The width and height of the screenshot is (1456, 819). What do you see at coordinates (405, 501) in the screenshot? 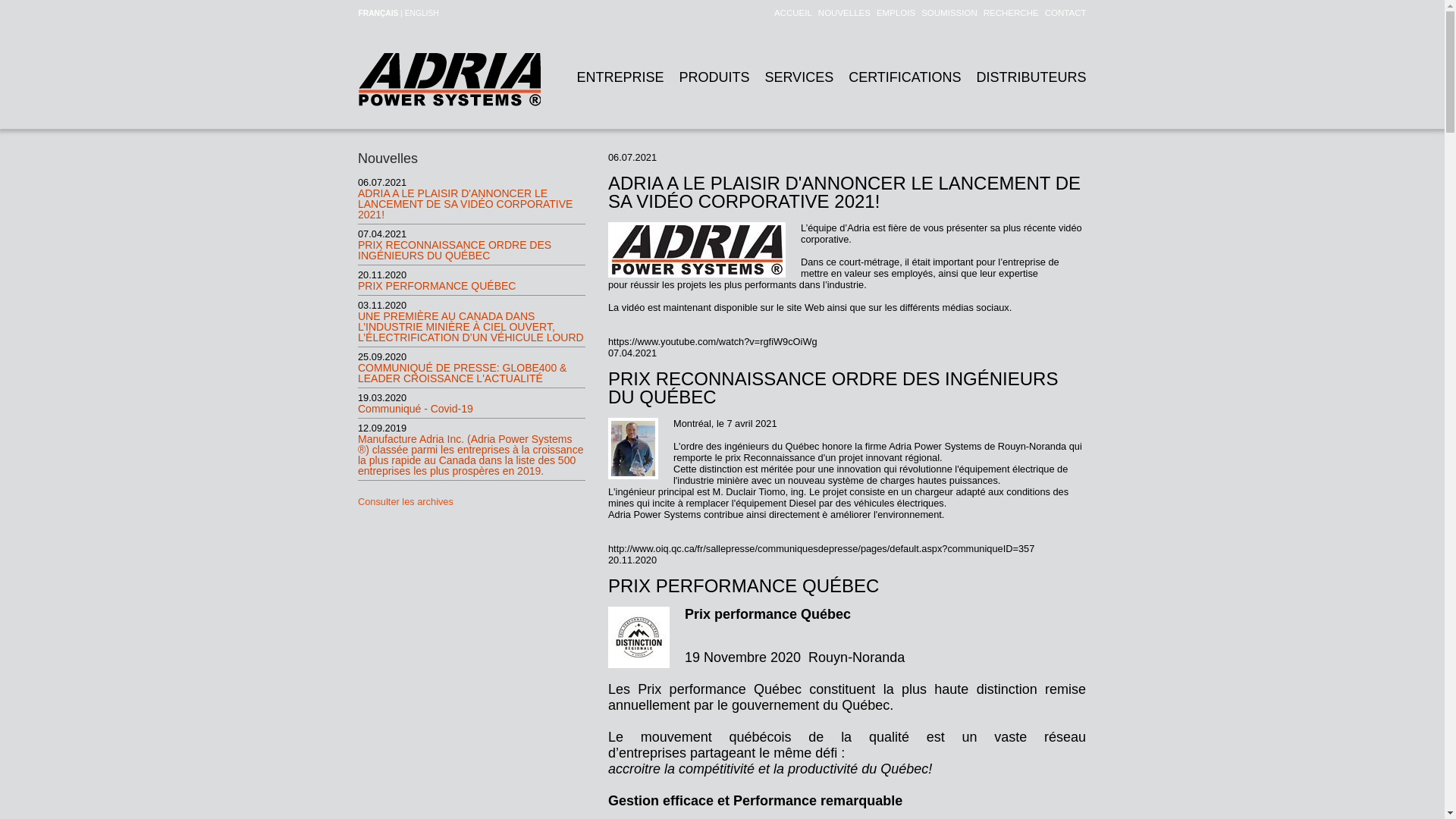
I see `'Consulter les archives'` at bounding box center [405, 501].